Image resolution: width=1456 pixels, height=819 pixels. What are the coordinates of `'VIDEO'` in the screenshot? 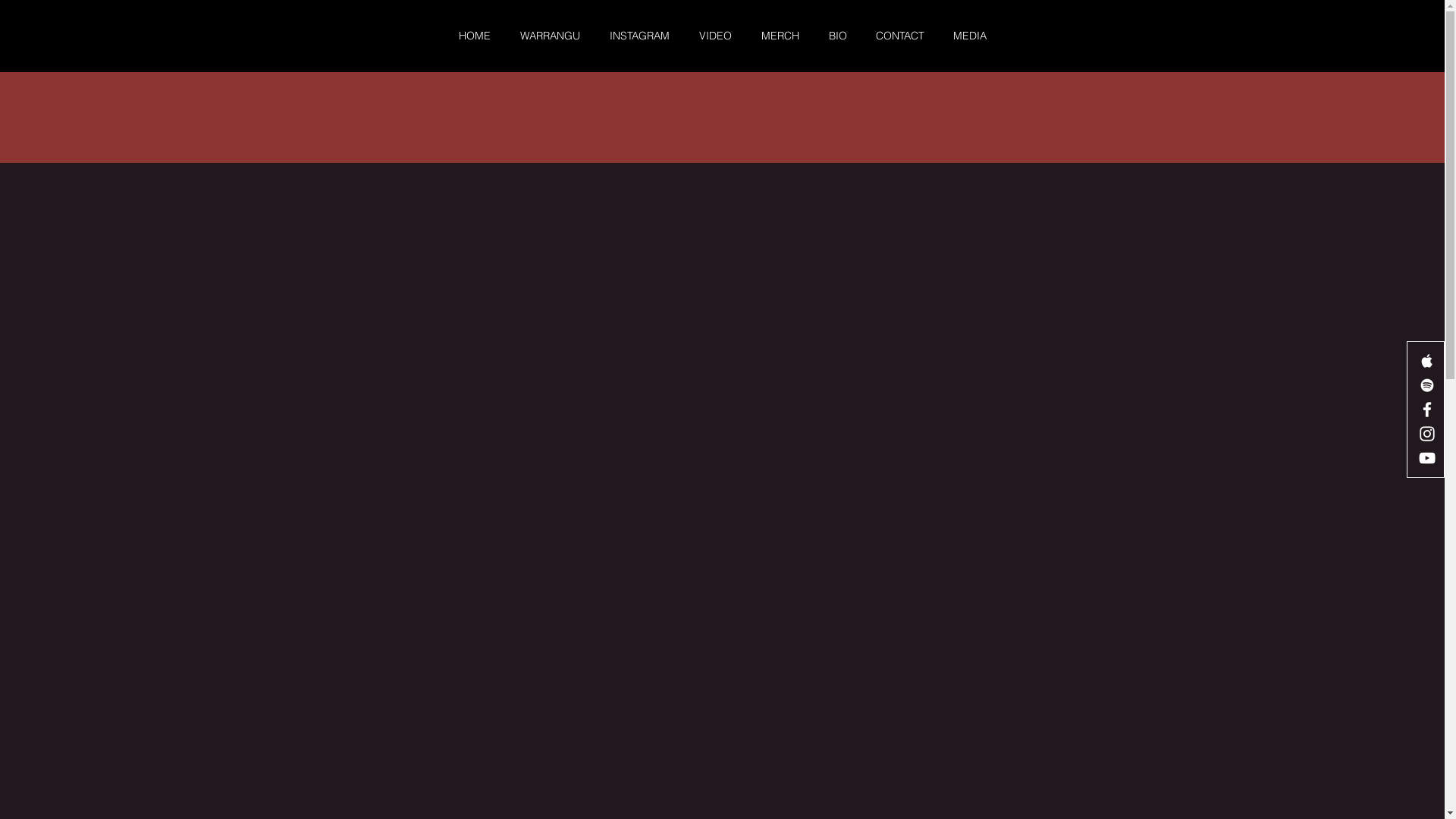 It's located at (714, 35).